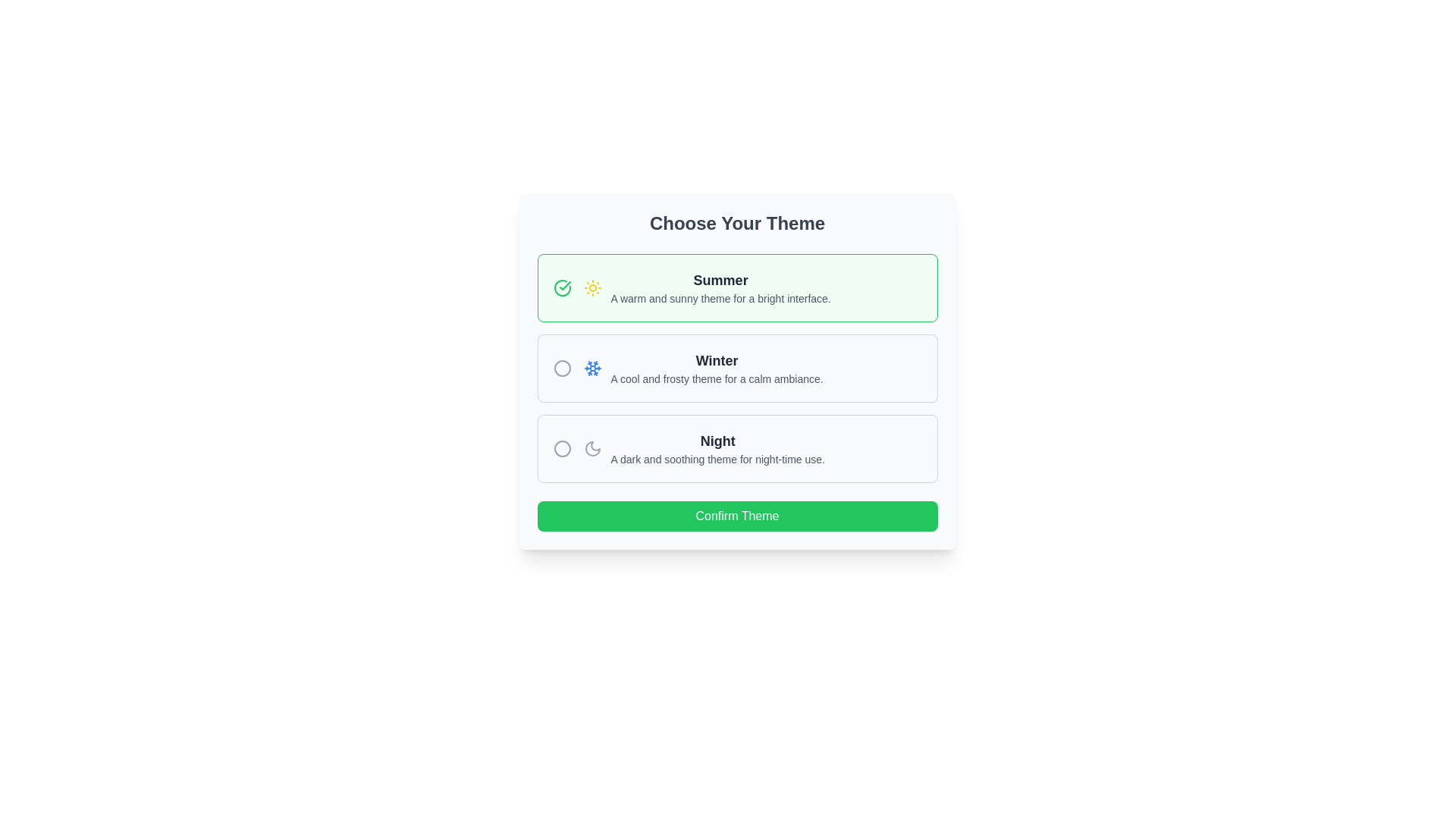 The height and width of the screenshot is (819, 1456). I want to click on the text 'Winter' which is styled in bold and larger font, located centrally in the theme selection interface, so click(716, 360).